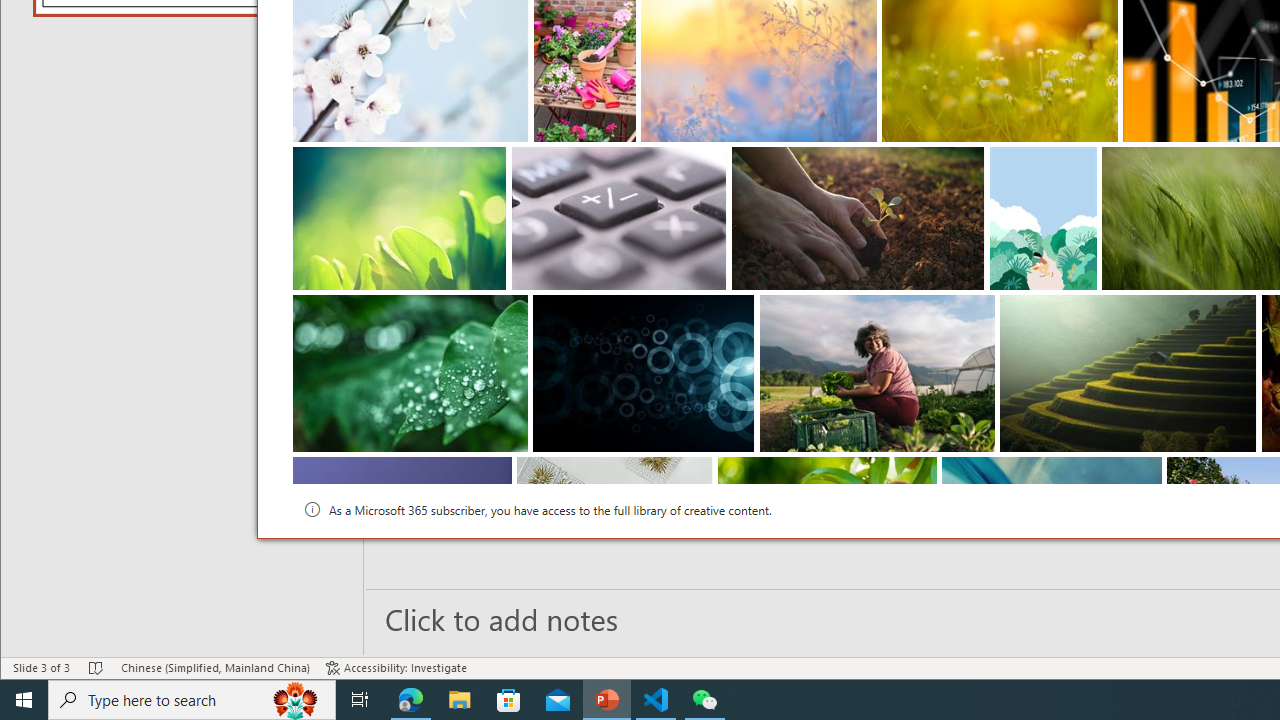 This screenshot has width=1280, height=720. Describe the element at coordinates (656, 698) in the screenshot. I see `'Visual Studio Code - 1 running window'` at that location.